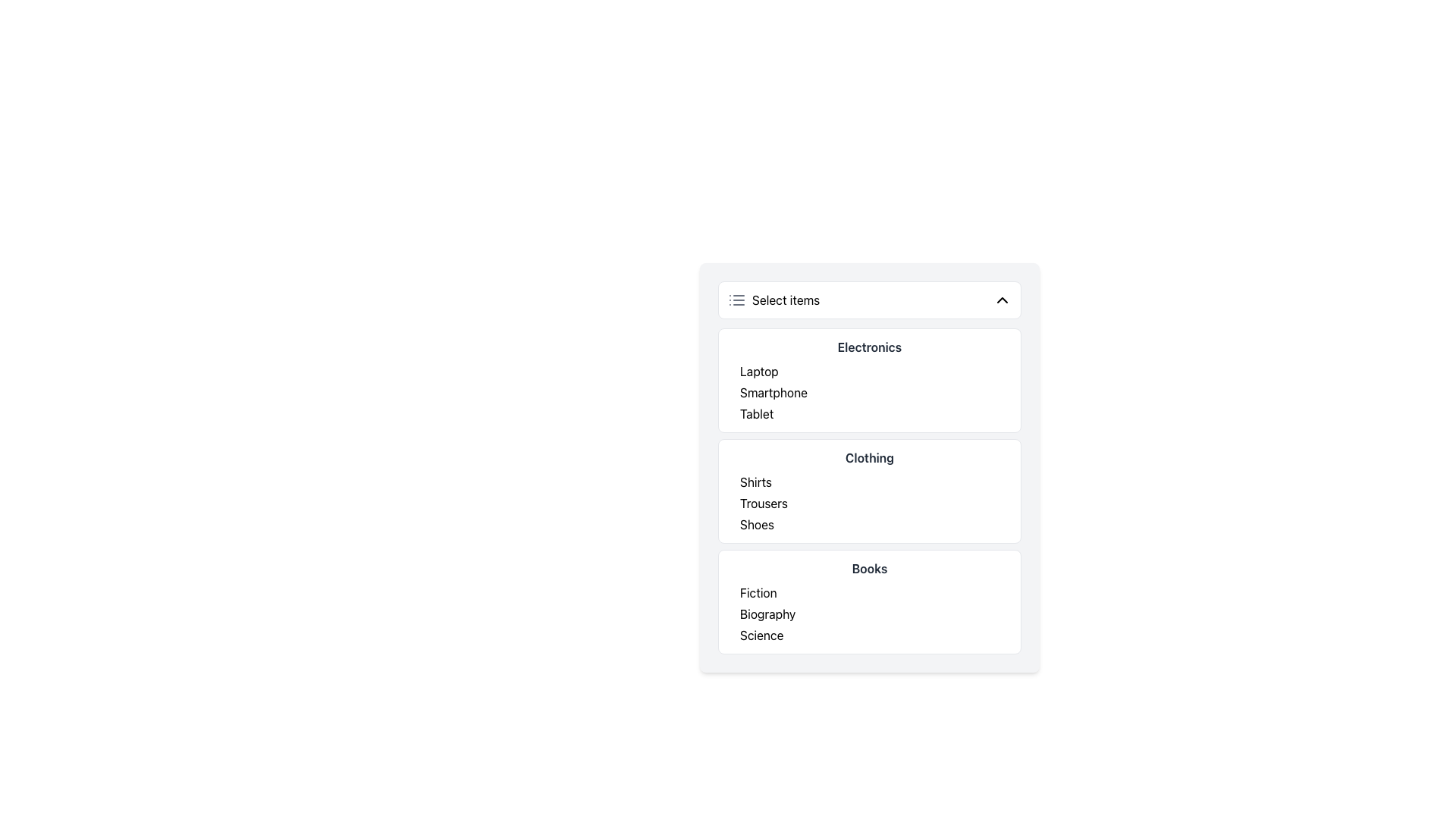  What do you see at coordinates (870, 601) in the screenshot?
I see `the subcategories 'Fiction', 'Biography', or 'Science' in the 'Books' category card, which is a white rectangular card with rounded corners located in the bottom part of the dropdown menu` at bounding box center [870, 601].